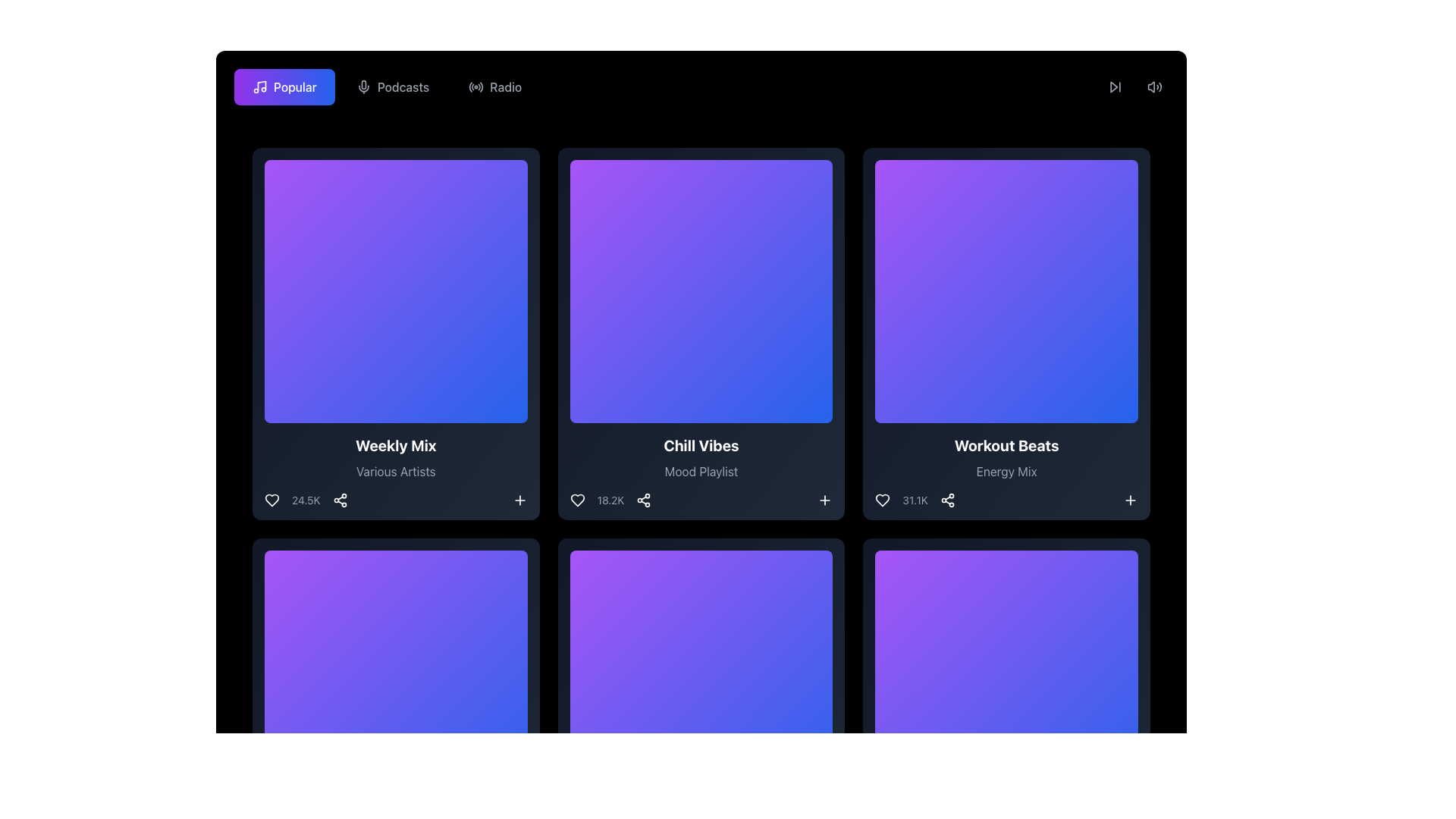 Image resolution: width=1456 pixels, height=819 pixels. What do you see at coordinates (1153, 87) in the screenshot?
I see `the volume control icon located` at bounding box center [1153, 87].